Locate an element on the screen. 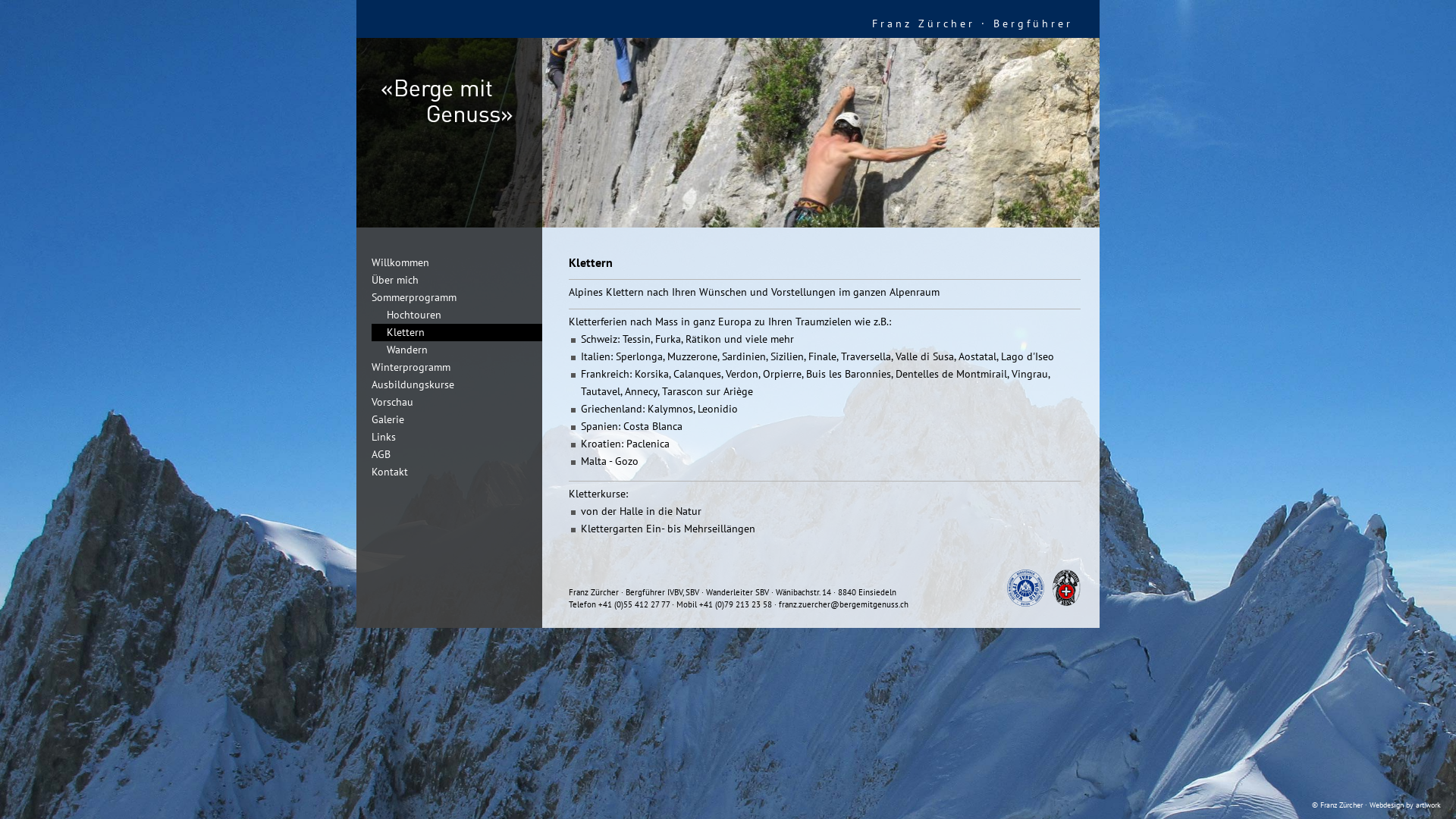 This screenshot has width=1456, height=819. 'Vorschau' is located at coordinates (384, 400).